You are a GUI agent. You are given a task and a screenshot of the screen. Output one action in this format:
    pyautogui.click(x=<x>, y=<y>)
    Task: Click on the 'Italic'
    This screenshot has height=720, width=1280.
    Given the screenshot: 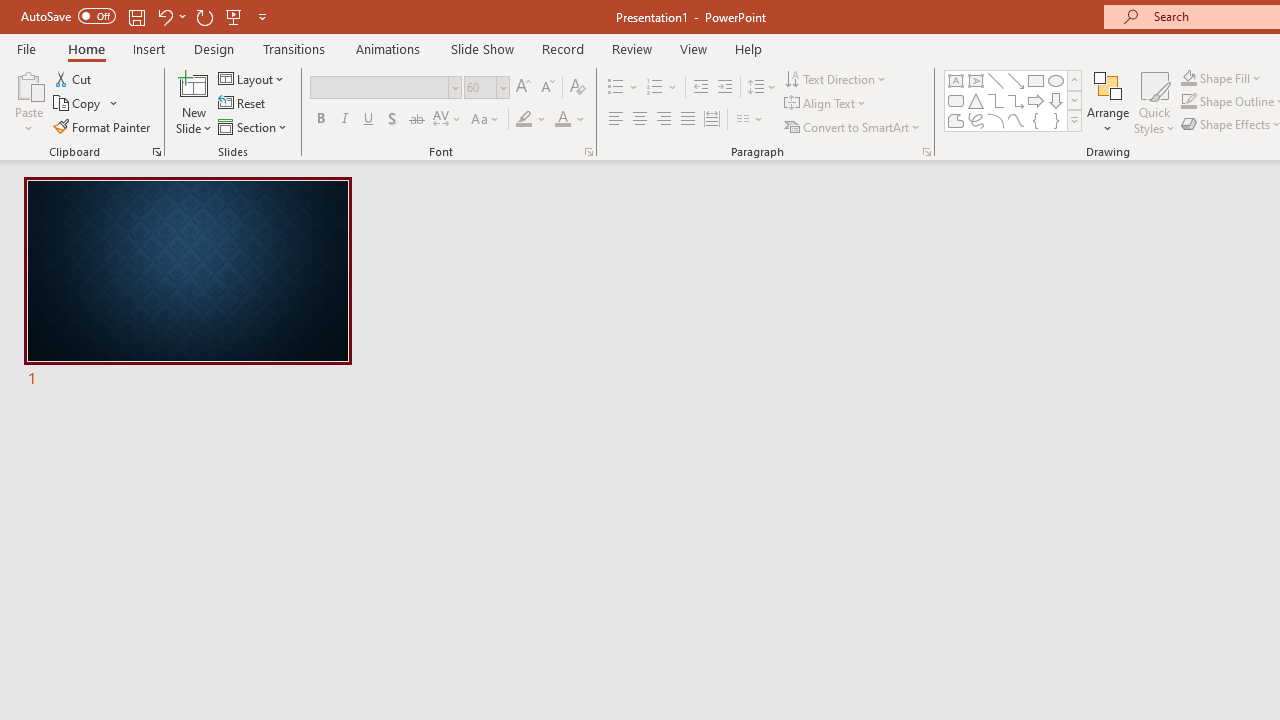 What is the action you would take?
    pyautogui.click(x=344, y=119)
    